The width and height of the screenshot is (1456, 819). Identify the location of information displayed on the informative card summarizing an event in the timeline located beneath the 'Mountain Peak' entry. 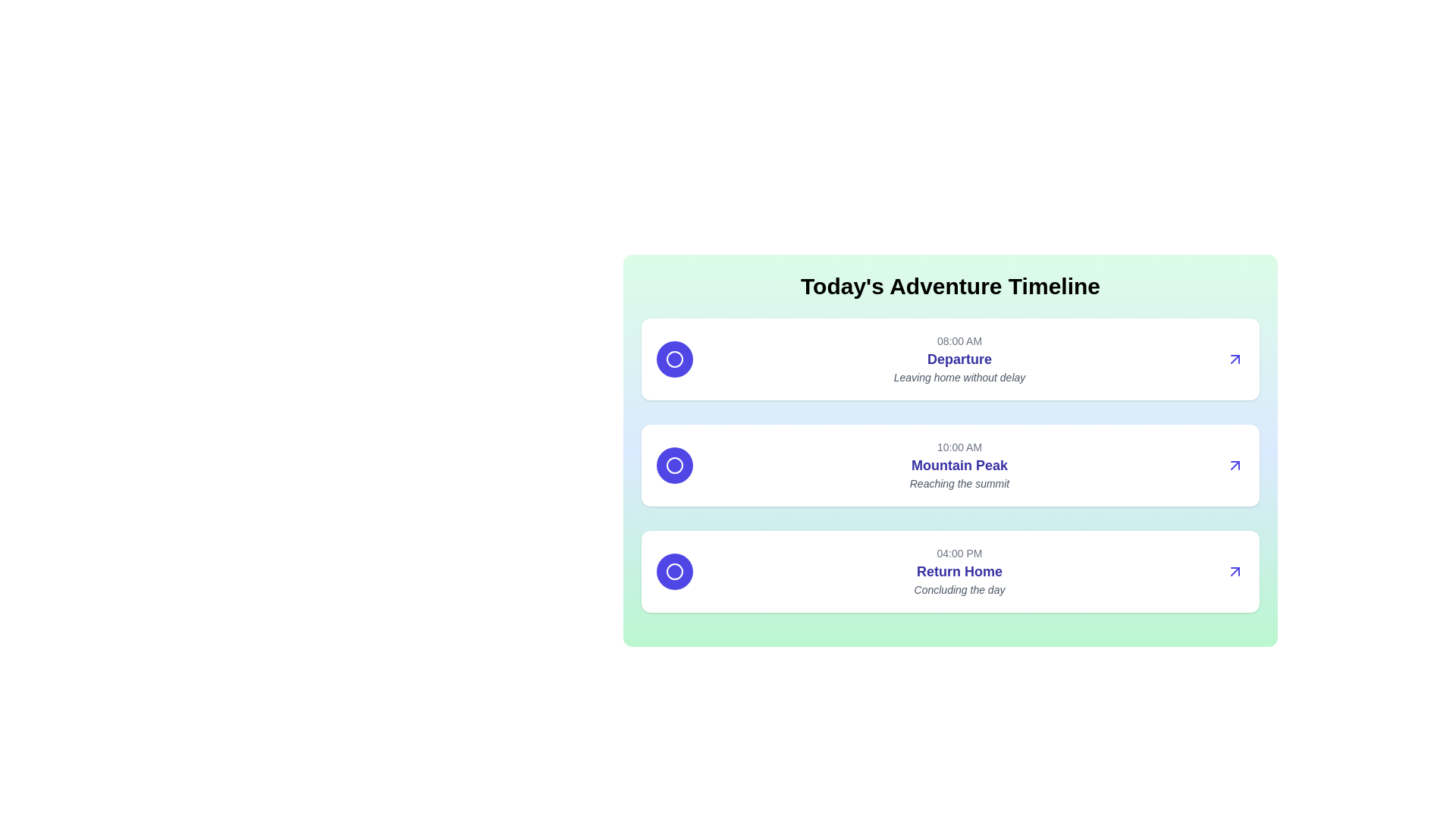
(949, 571).